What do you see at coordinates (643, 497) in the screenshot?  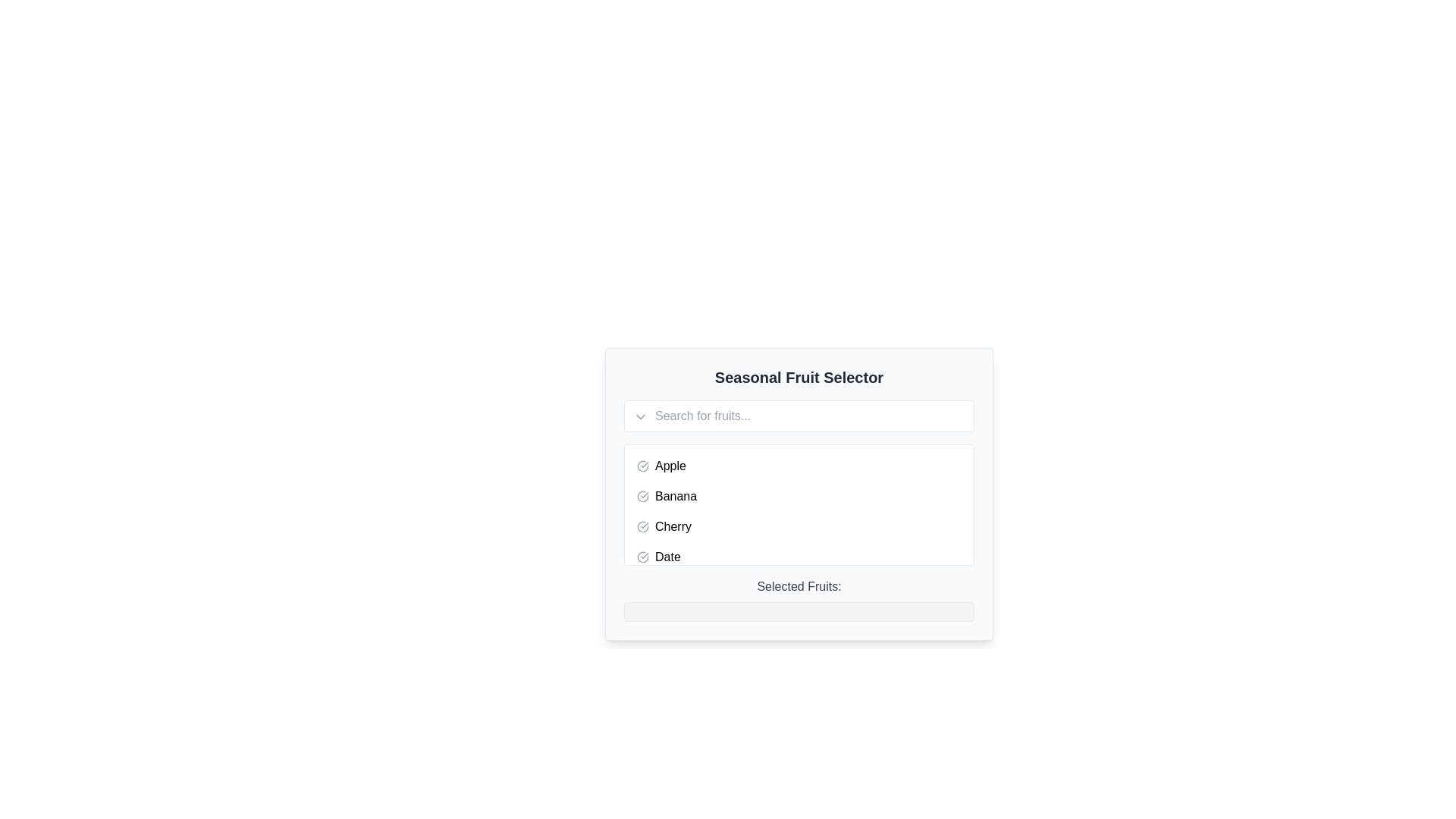 I see `the circular checkbox-like indicator associated with the item 'Banana'` at bounding box center [643, 497].